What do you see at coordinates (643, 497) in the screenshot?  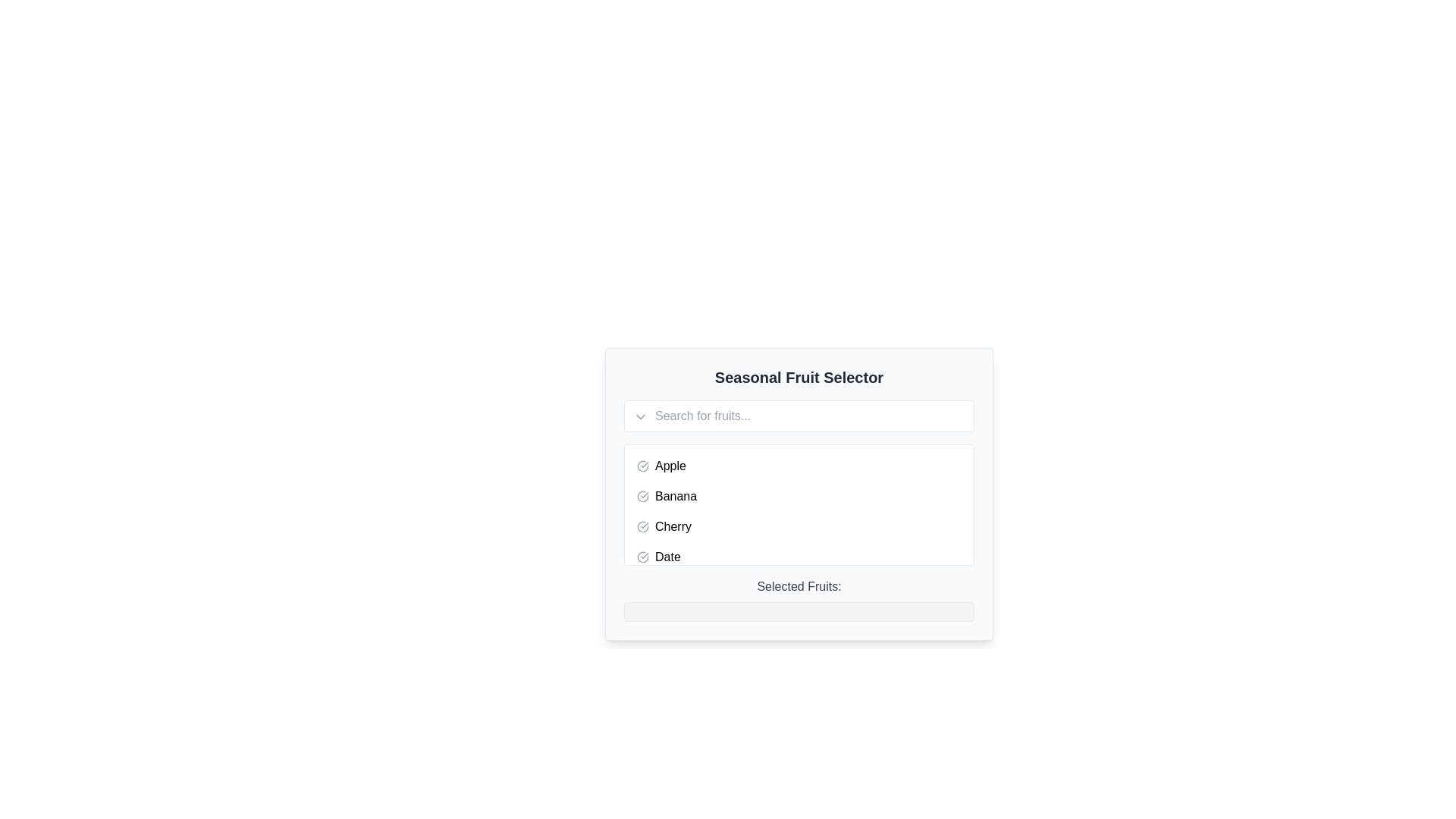 I see `the circular checkbox-like indicator associated with the item 'Banana'` at bounding box center [643, 497].